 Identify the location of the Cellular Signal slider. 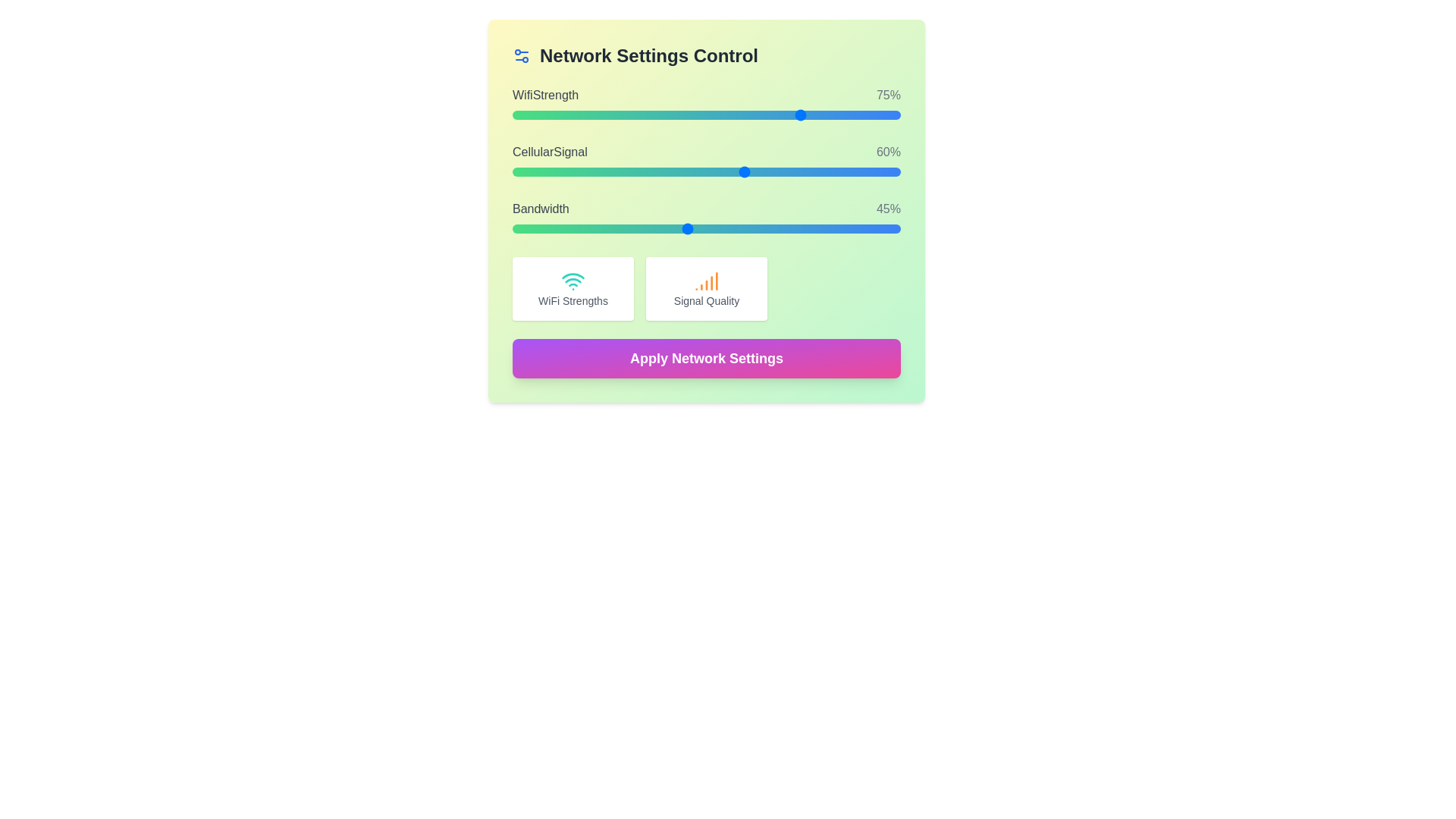
(667, 171).